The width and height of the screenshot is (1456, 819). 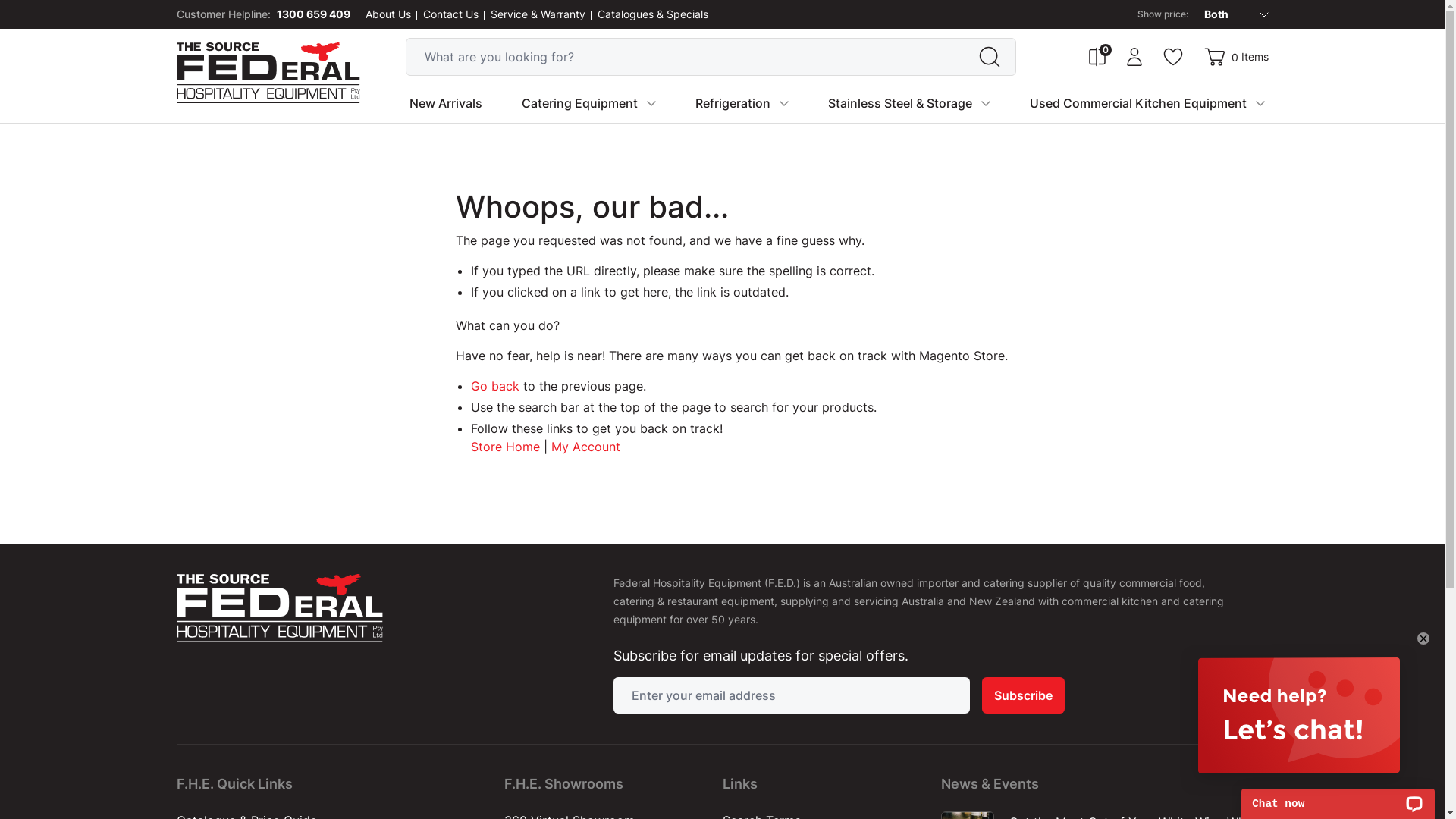 I want to click on 'Stainless Steel & Storage', so click(x=899, y=102).